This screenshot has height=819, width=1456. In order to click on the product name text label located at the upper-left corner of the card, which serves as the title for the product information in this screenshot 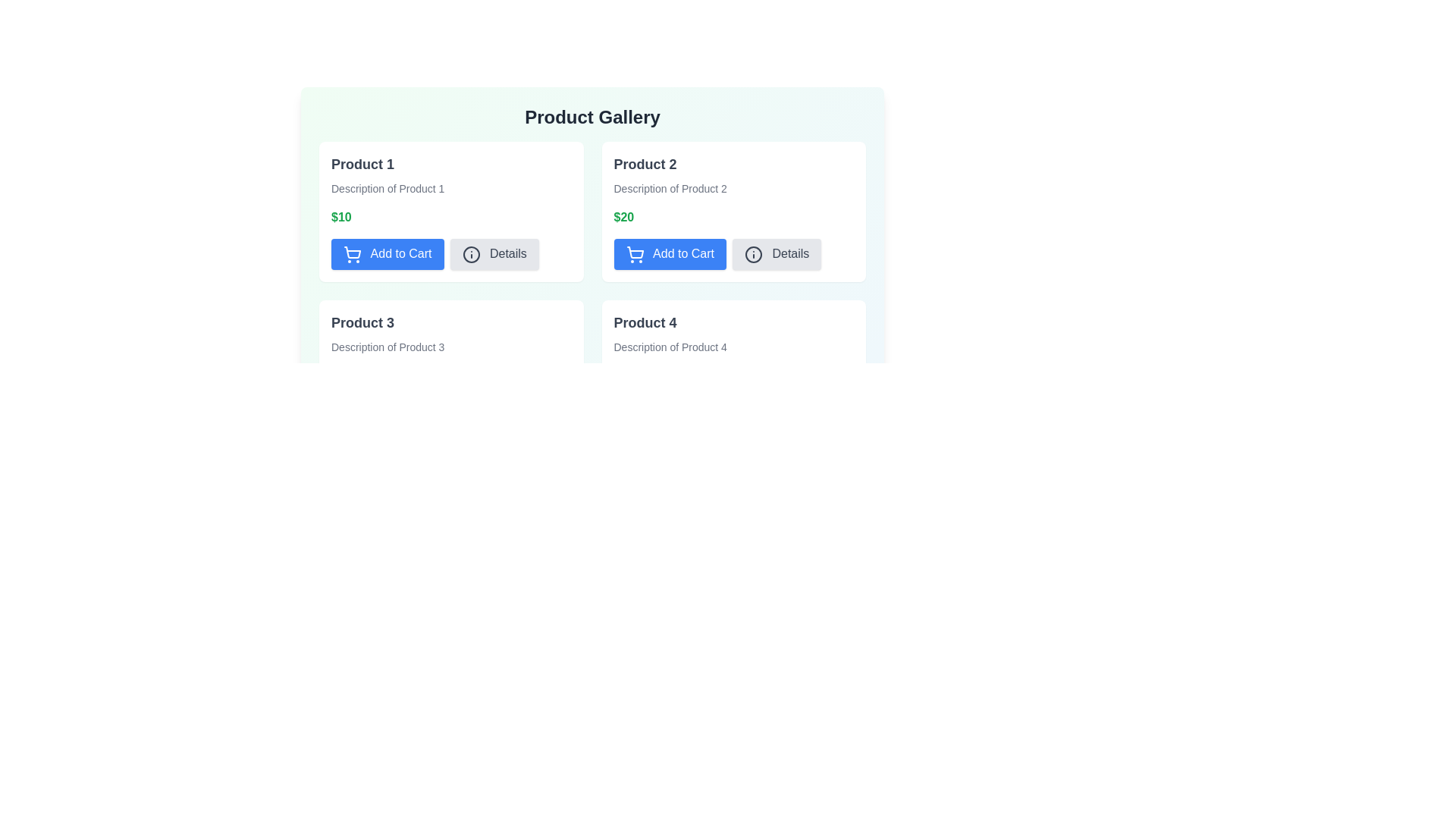, I will do `click(645, 322)`.